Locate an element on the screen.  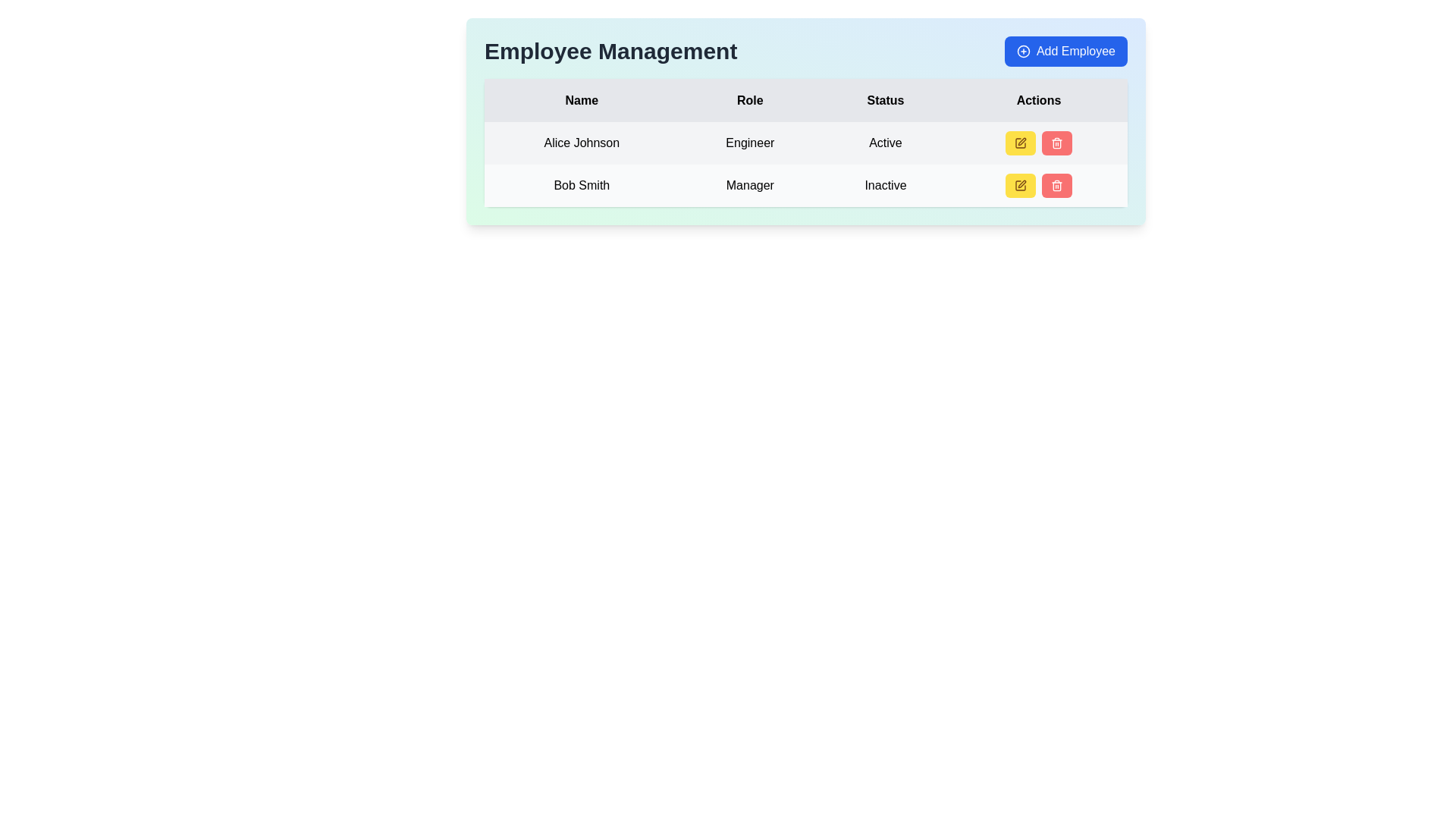
the edit button with a yellow background and a pencil icon in the 'Actions' column of the table for 'Bob Smith', the Manager is located at coordinates (1037, 185).